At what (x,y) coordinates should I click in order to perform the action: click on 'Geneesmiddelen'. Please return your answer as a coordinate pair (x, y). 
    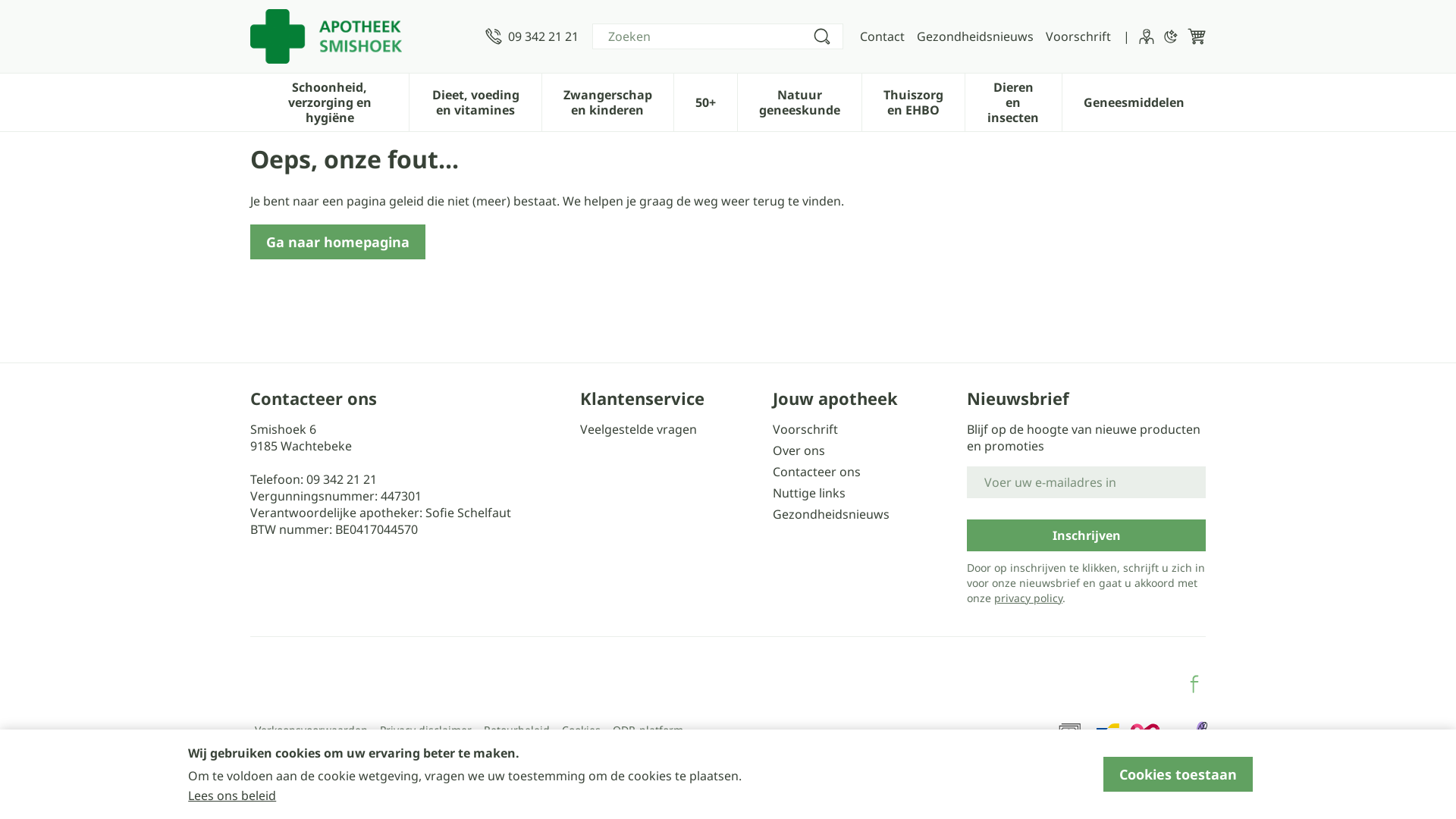
    Looking at the image, I should click on (1134, 100).